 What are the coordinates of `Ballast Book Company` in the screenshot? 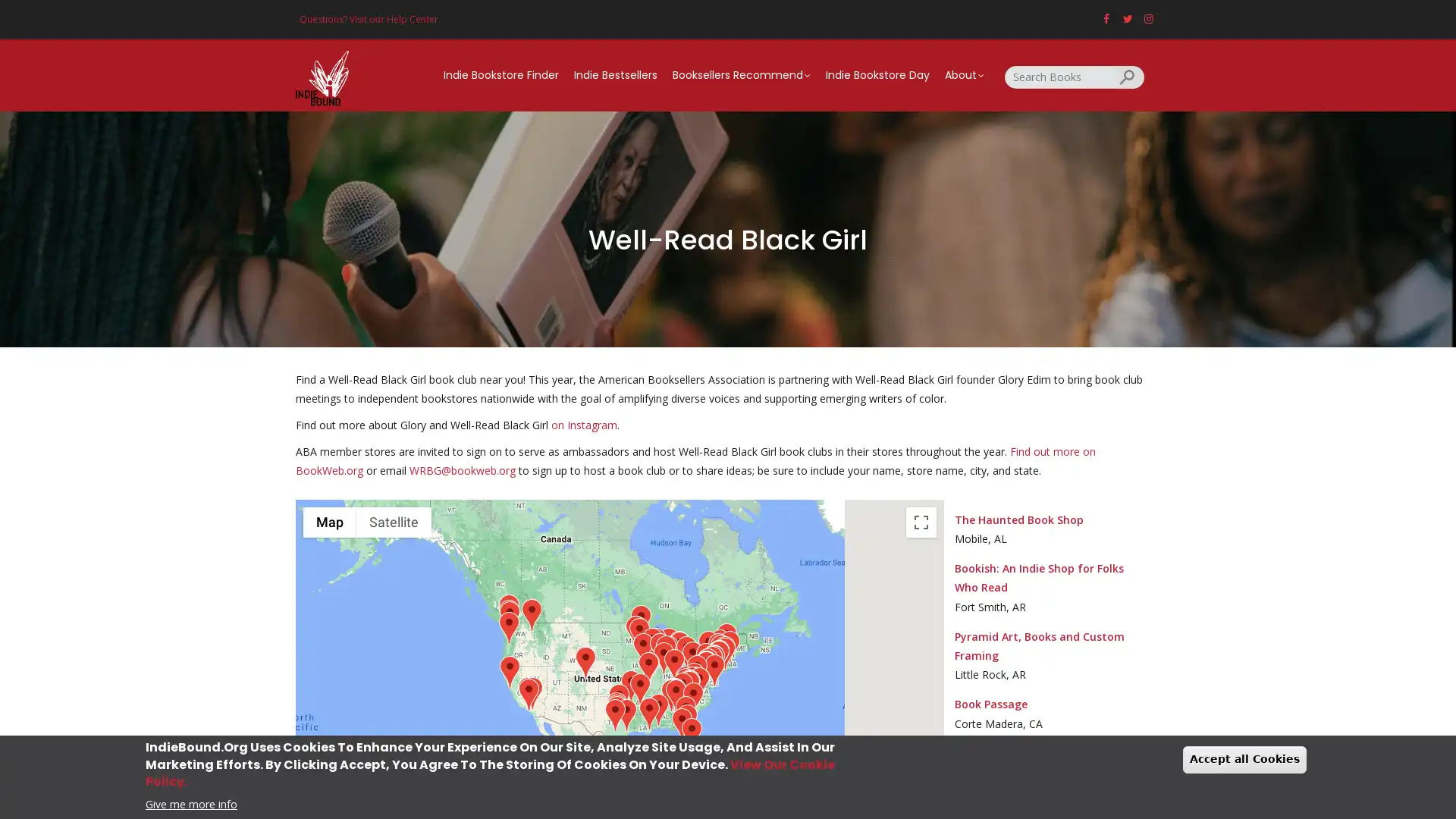 It's located at (508, 615).